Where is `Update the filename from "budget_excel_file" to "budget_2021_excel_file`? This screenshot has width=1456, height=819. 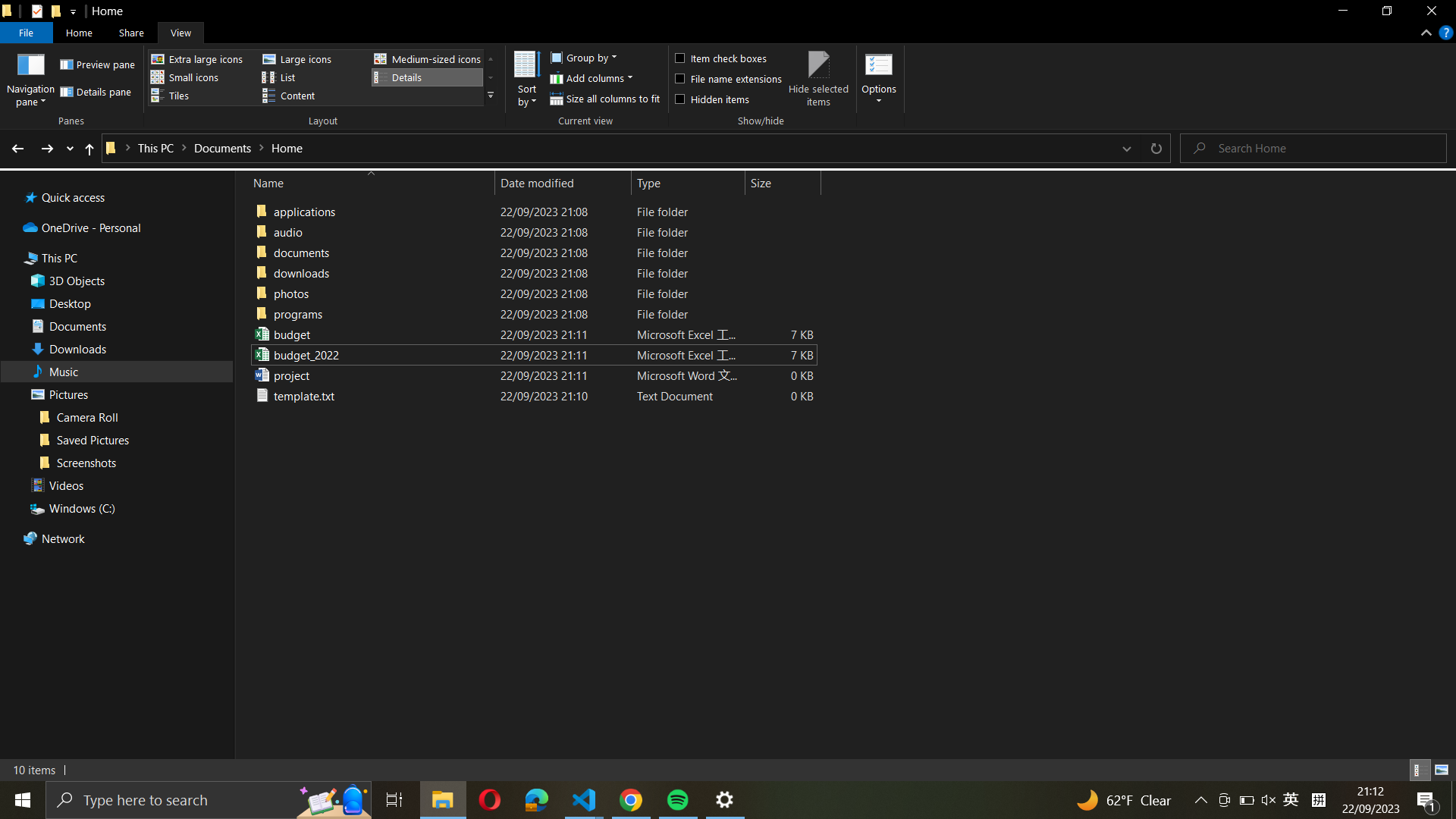 Update the filename from "budget_excel_file" to "budget_2021_excel_file is located at coordinates (531, 333).